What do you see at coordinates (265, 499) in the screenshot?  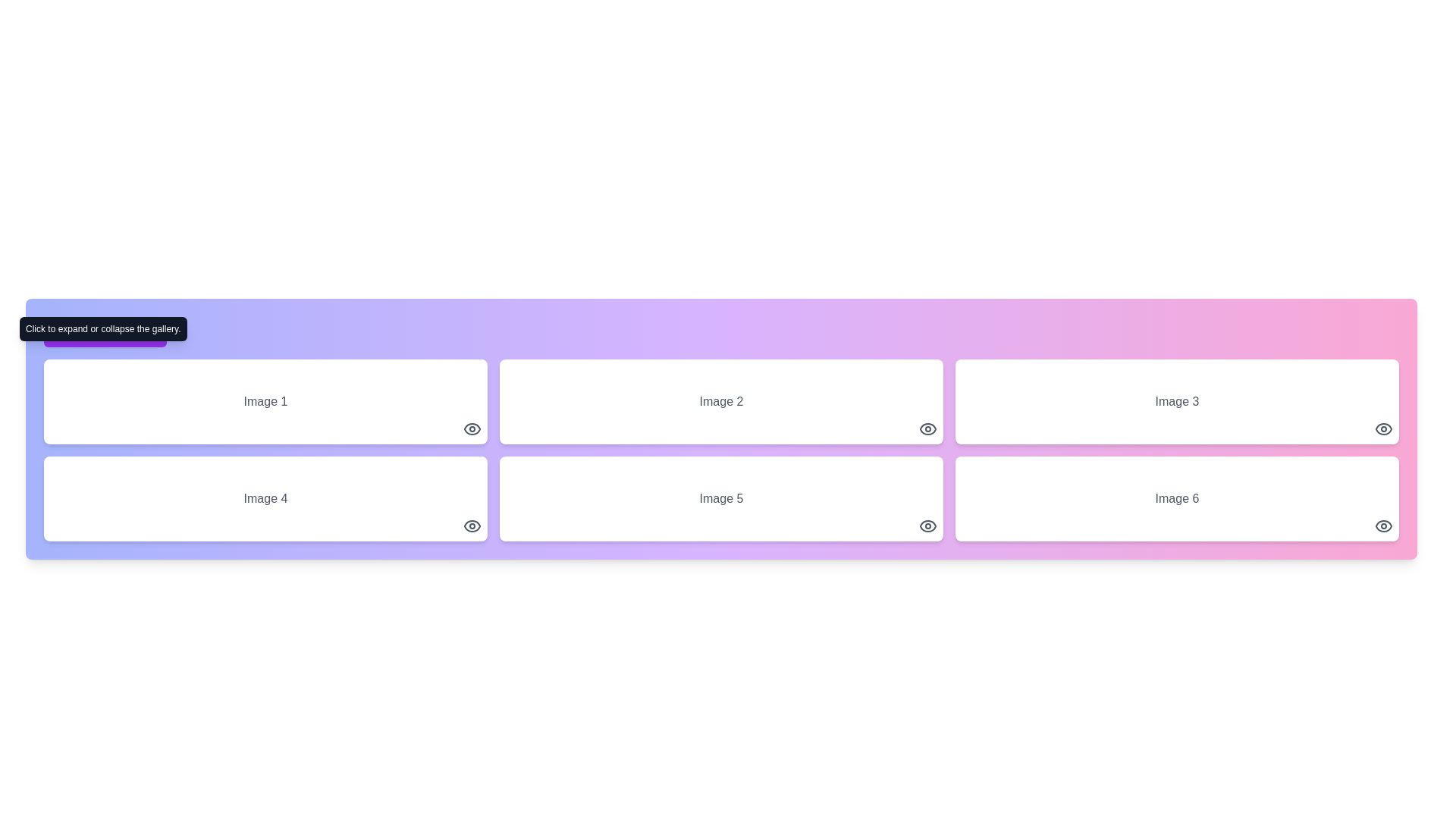 I see `text content of the Text Label located in the bottom left quadrant of the grid layout, specifically in the second row and first column of the displayed content blocks` at bounding box center [265, 499].